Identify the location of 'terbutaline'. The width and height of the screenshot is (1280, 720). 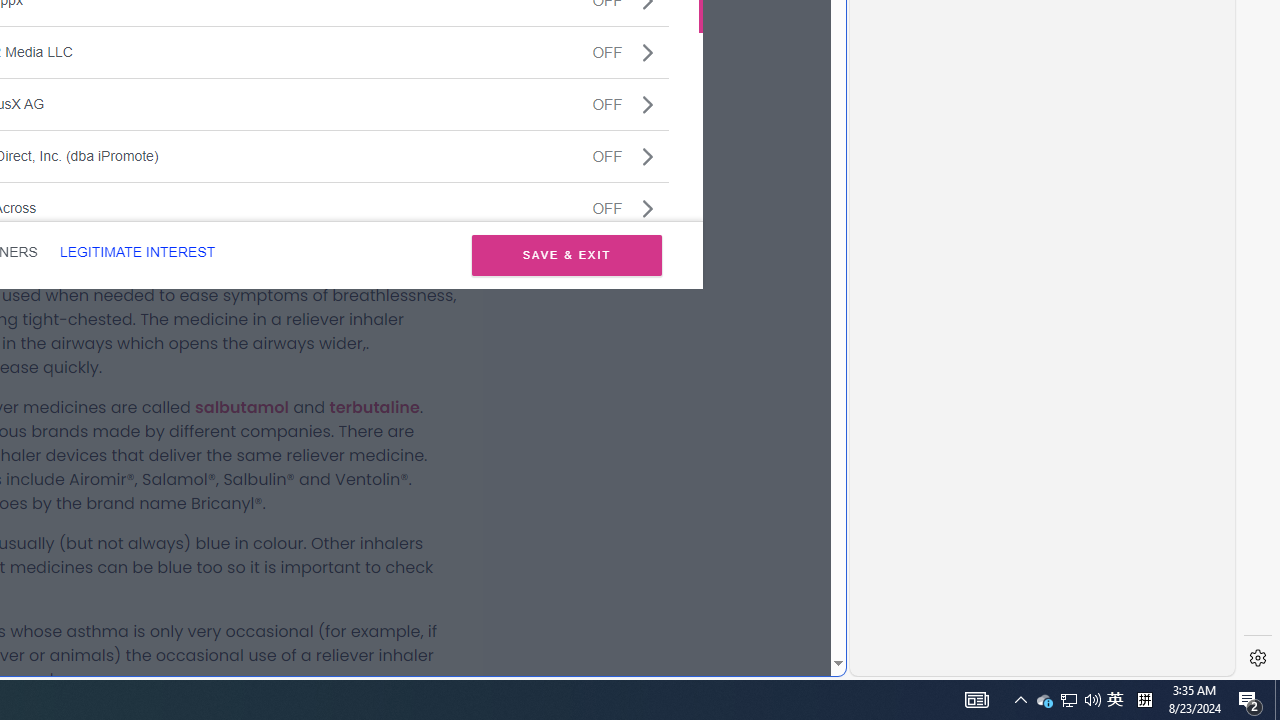
(374, 406).